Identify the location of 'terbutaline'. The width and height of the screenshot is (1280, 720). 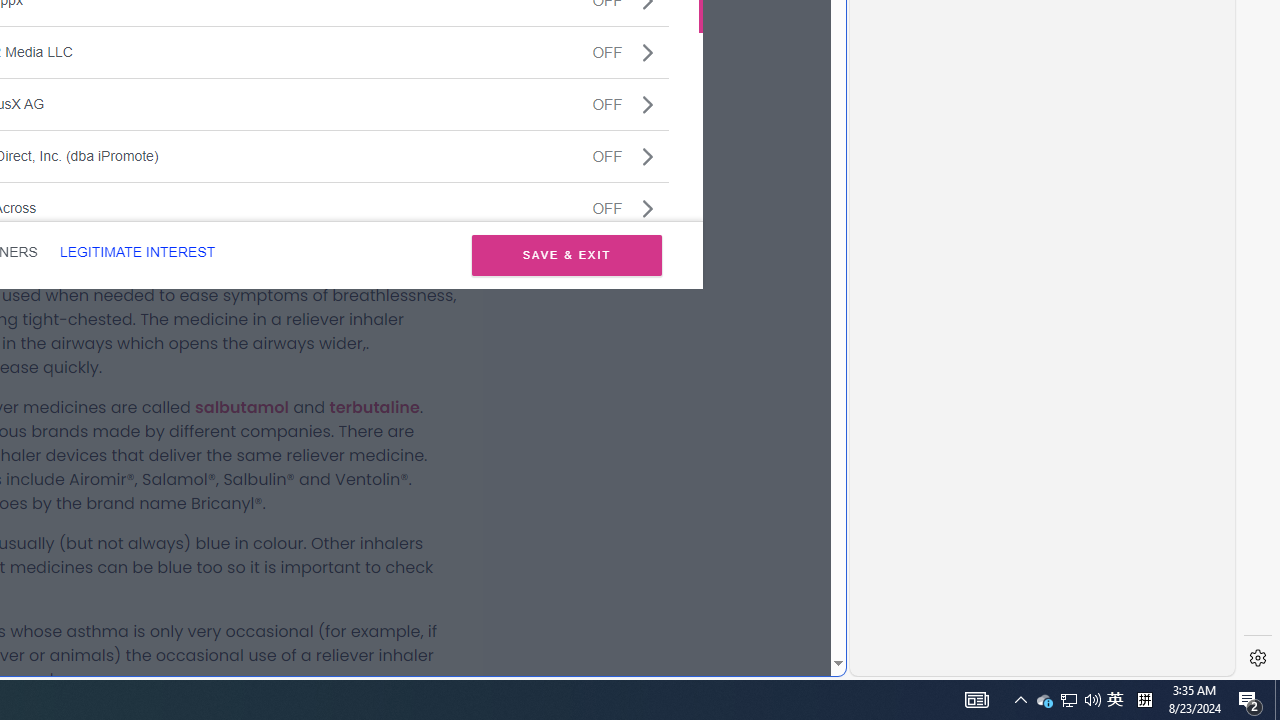
(374, 406).